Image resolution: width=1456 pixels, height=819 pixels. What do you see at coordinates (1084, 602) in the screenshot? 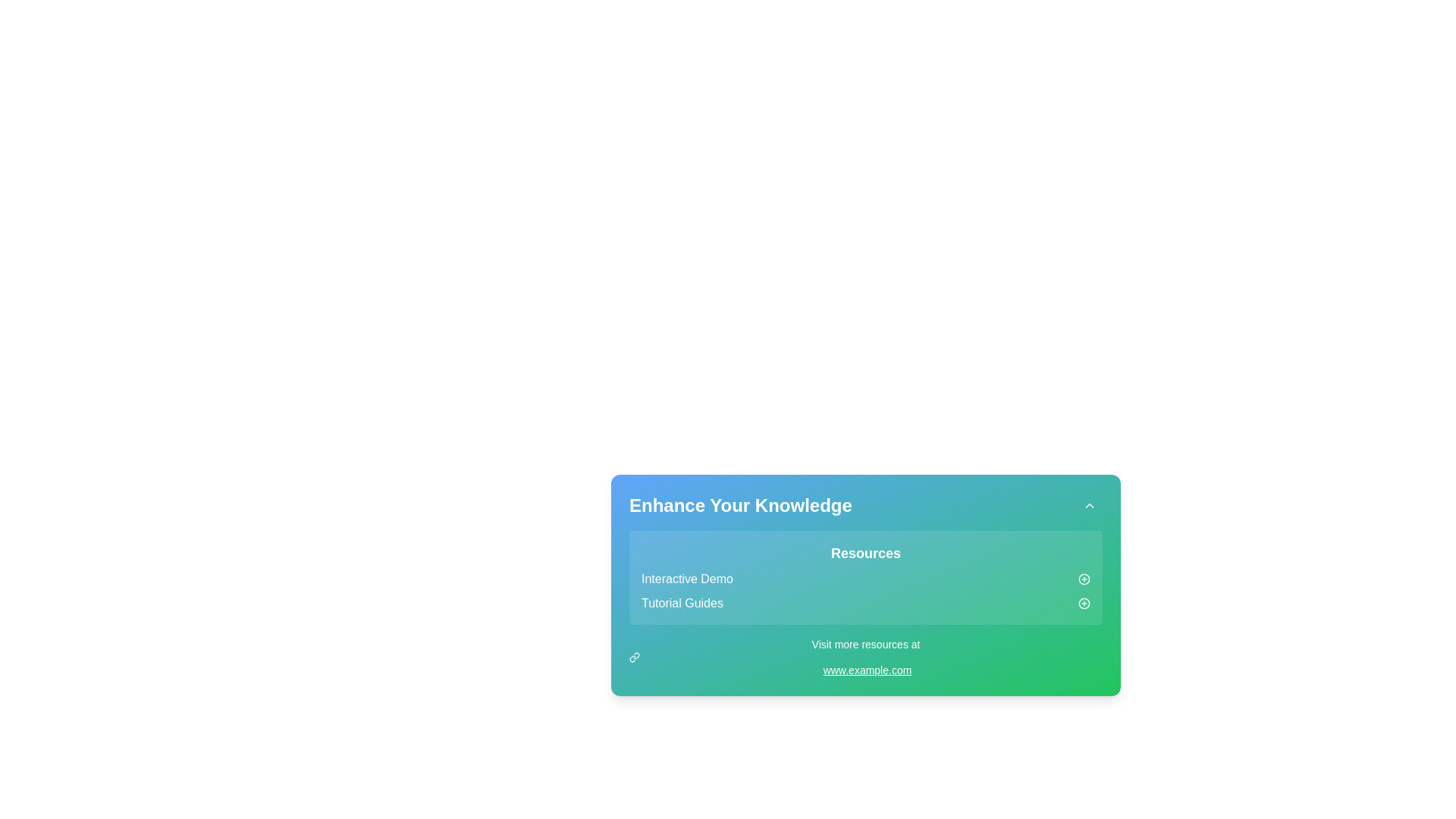
I see `the SVG circle icon located at the bottom-right corner of the green gradient card` at bounding box center [1084, 602].